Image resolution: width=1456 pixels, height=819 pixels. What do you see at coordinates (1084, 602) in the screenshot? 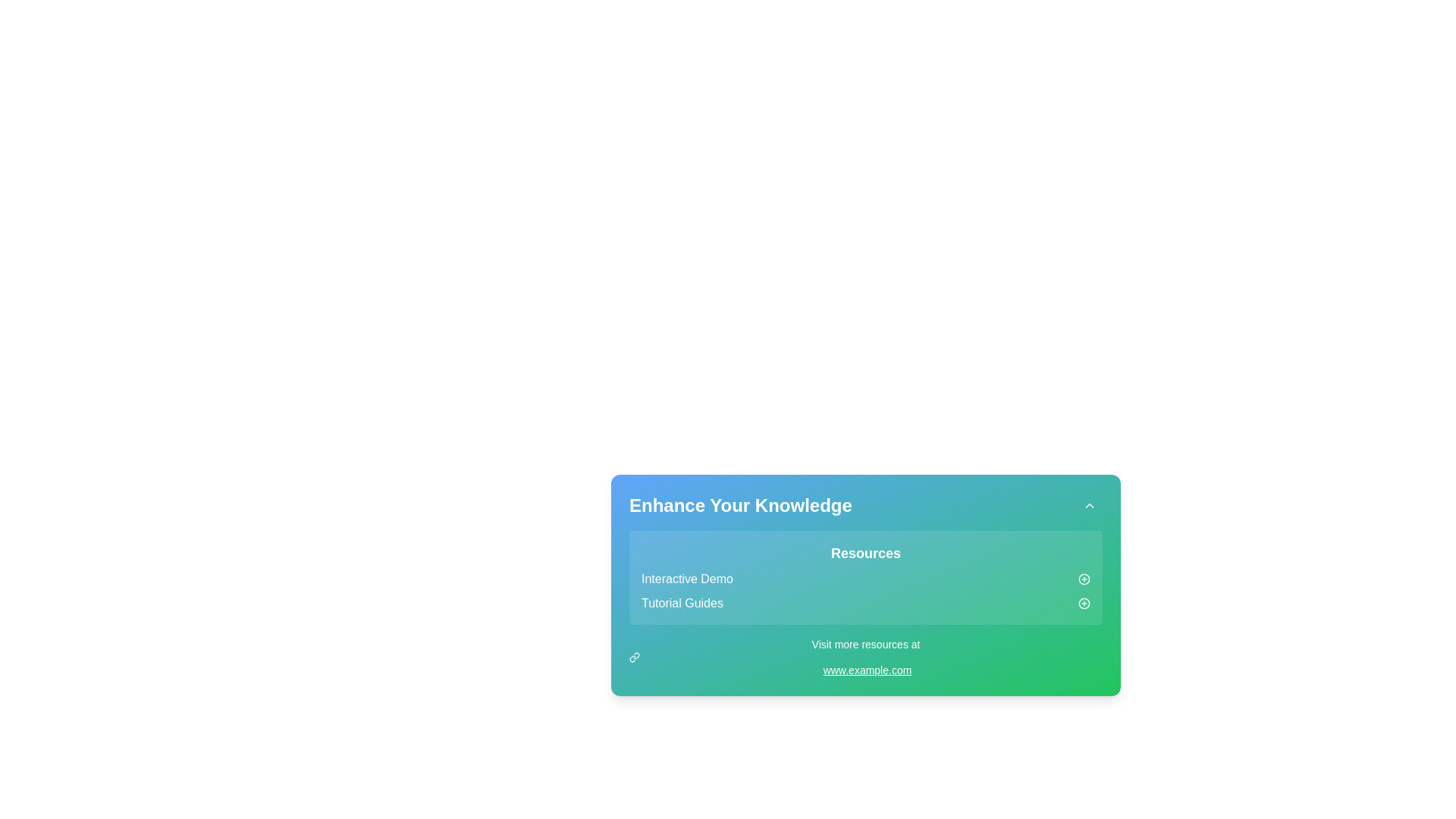
I see `the SVG circle icon located at the bottom-right corner of the green gradient card` at bounding box center [1084, 602].